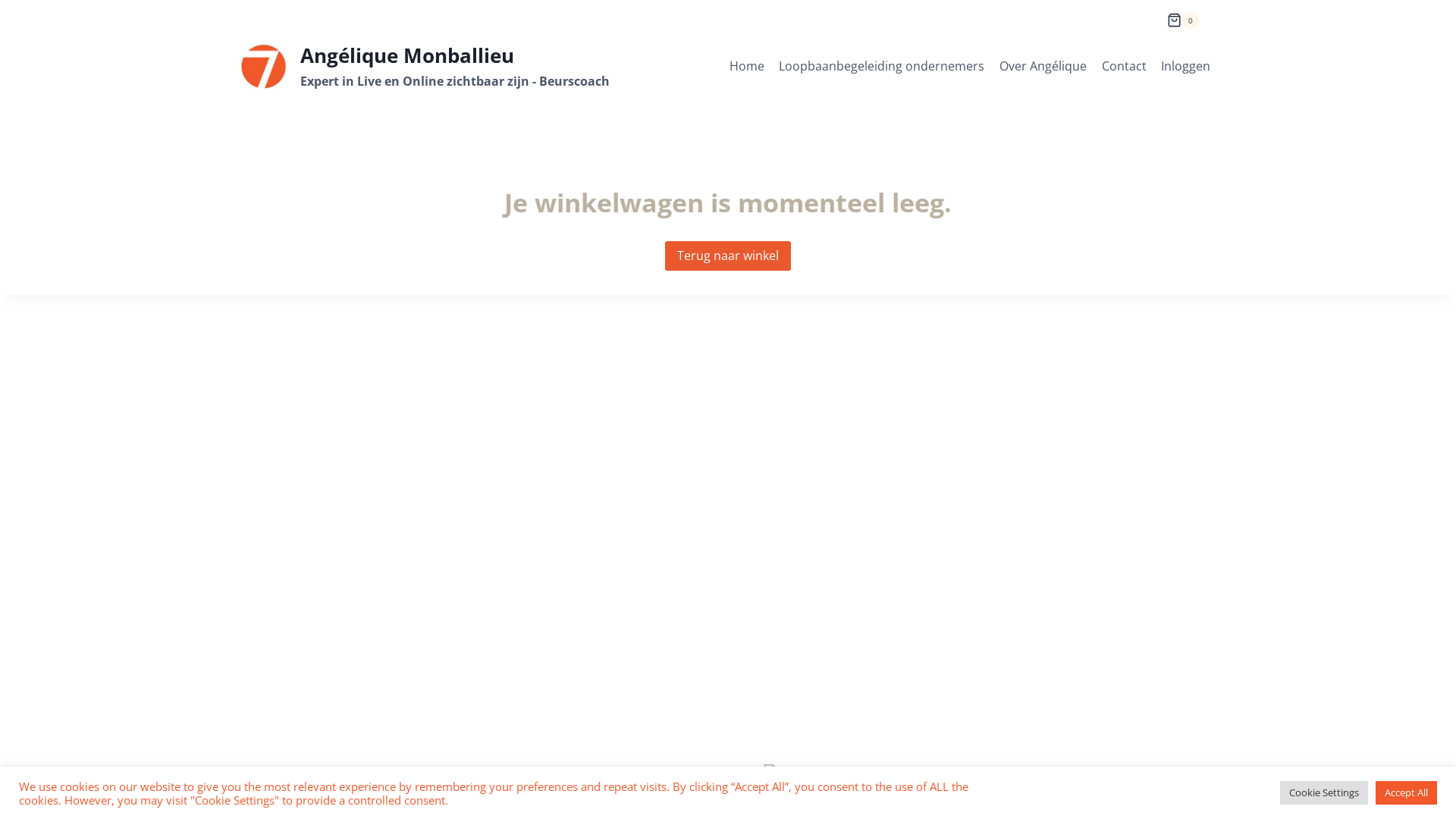 This screenshot has width=1456, height=819. I want to click on '0', so click(1182, 14).